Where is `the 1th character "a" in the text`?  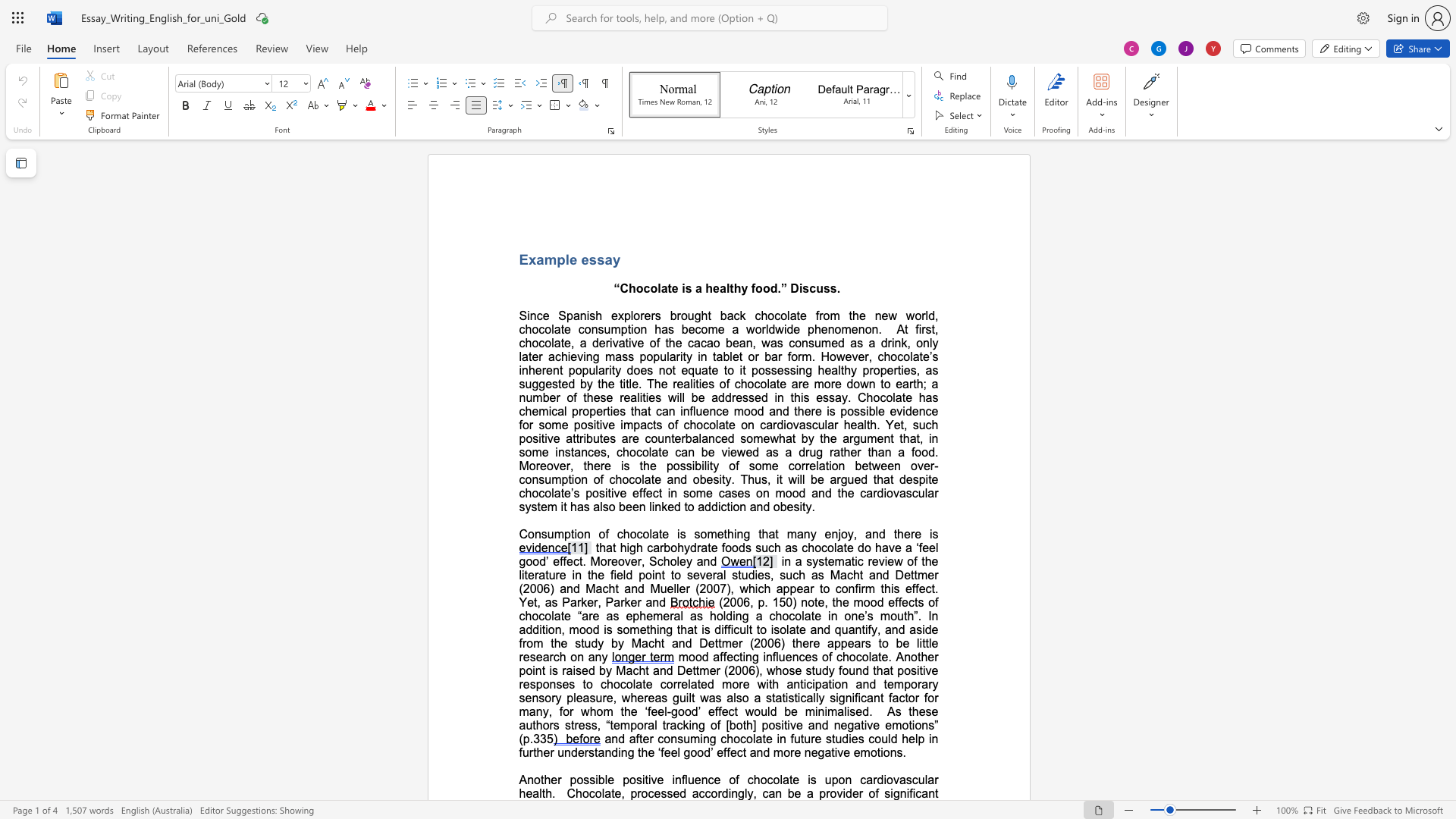 the 1th character "a" in the text is located at coordinates (664, 288).